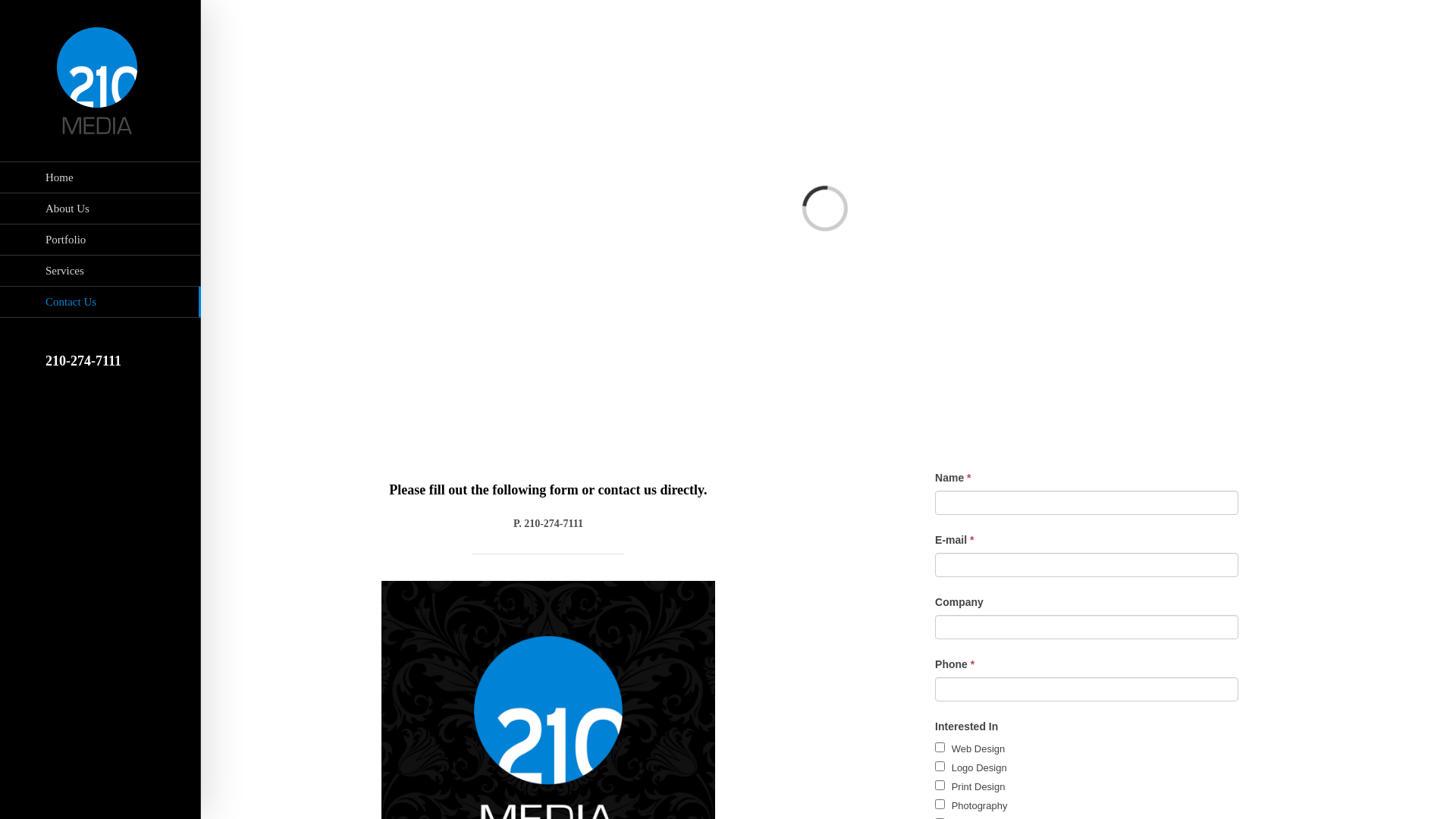  Describe the element at coordinates (99, 209) in the screenshot. I see `'About Us'` at that location.